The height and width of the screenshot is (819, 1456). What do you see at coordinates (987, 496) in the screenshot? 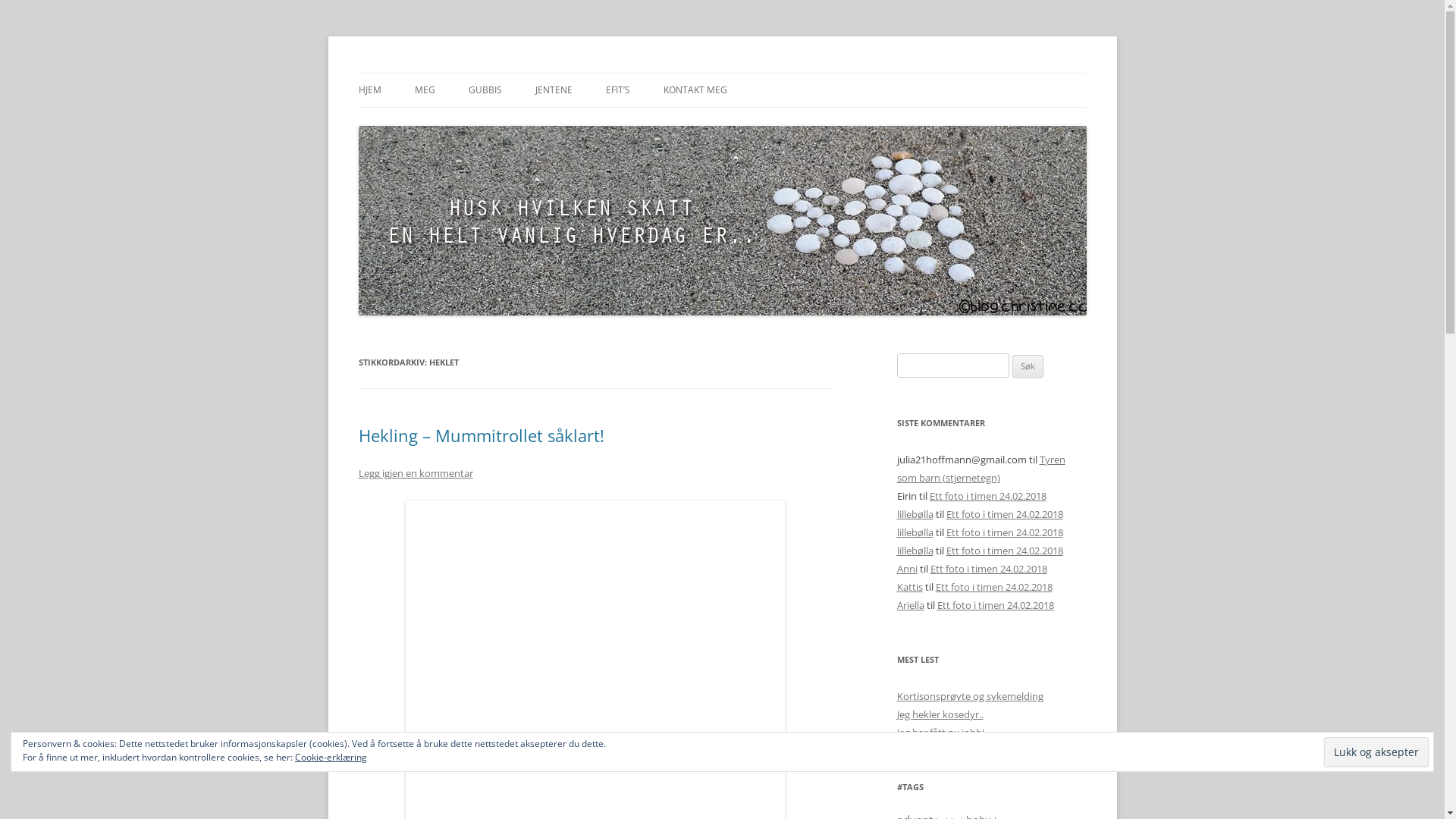
I see `'Ett foto i timen 24.02.2018'` at bounding box center [987, 496].